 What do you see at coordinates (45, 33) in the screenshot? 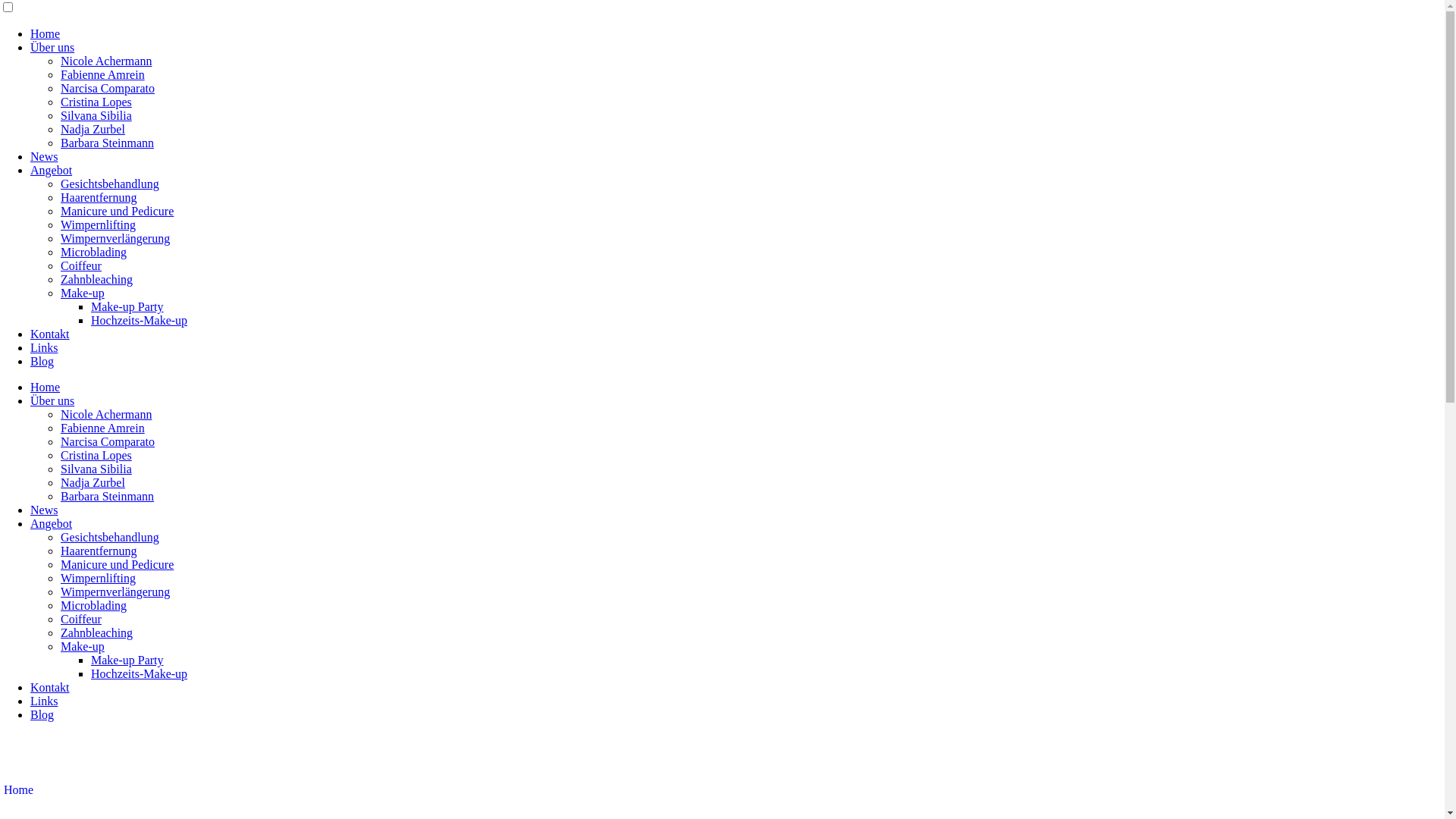
I see `'Home'` at bounding box center [45, 33].